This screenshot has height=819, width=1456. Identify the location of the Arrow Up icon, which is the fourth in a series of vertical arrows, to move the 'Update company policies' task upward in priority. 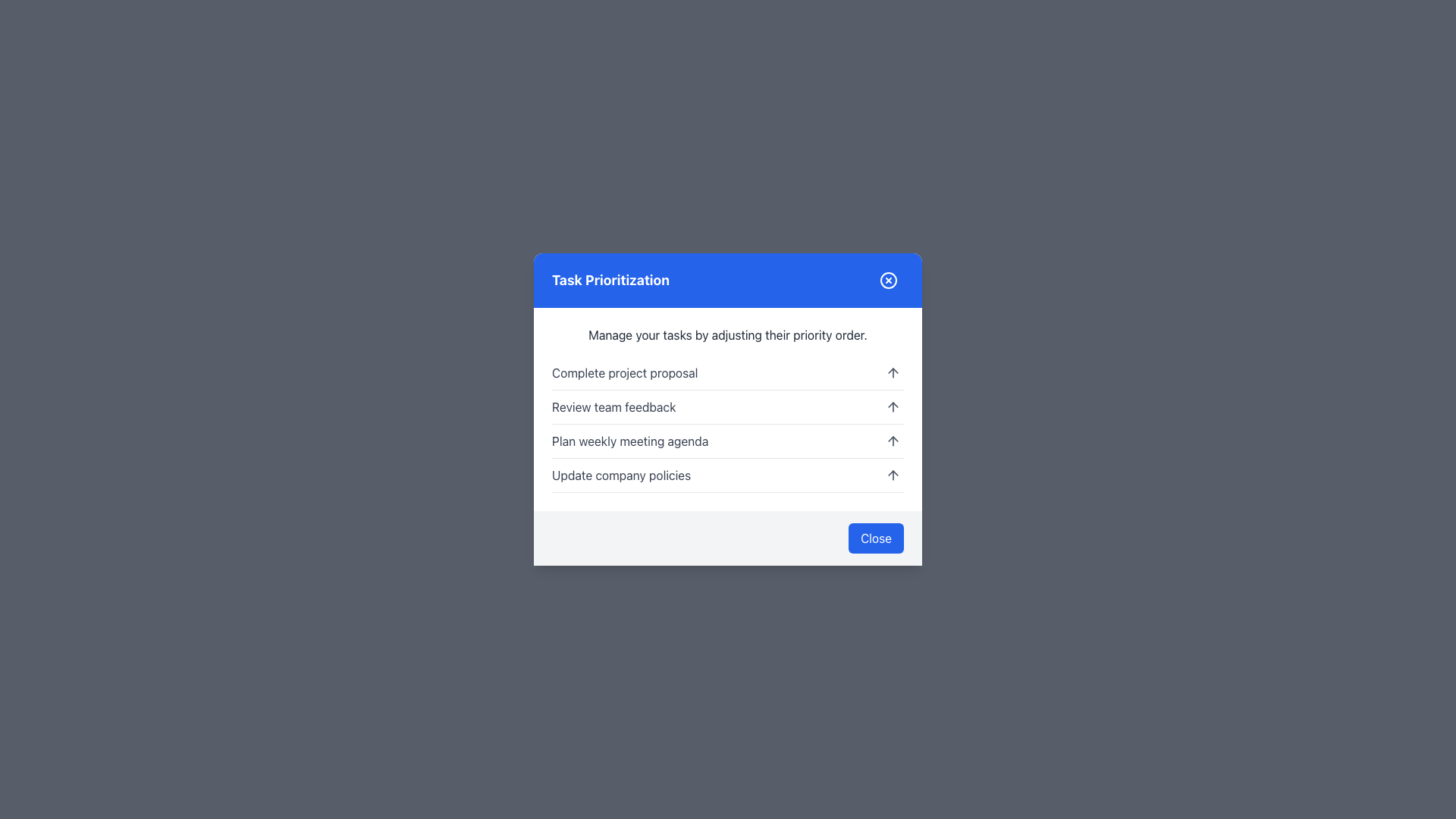
(893, 475).